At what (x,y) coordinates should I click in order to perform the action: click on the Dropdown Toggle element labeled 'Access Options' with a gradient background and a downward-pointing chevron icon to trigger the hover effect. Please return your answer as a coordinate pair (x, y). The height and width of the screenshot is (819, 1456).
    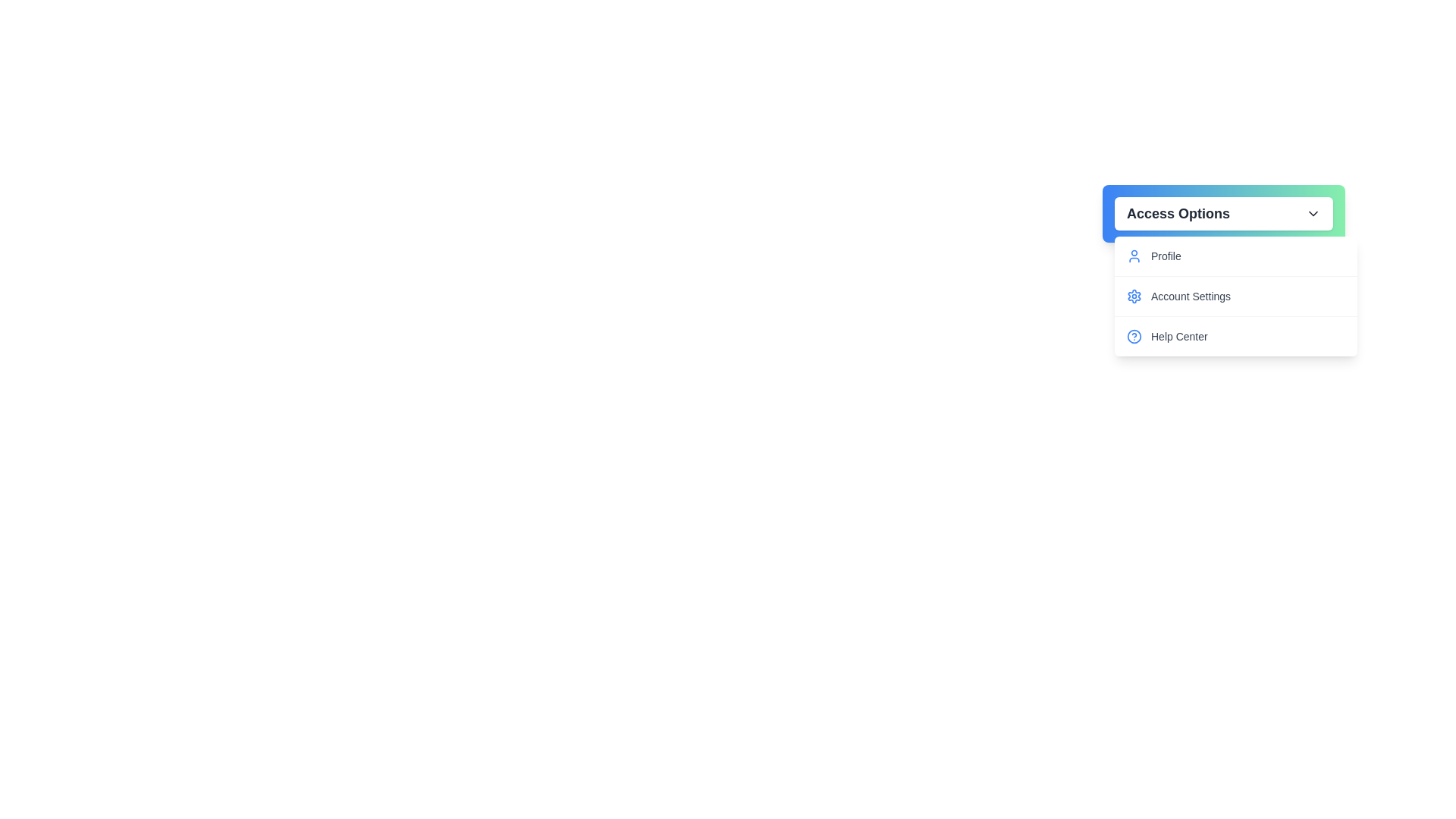
    Looking at the image, I should click on (1223, 213).